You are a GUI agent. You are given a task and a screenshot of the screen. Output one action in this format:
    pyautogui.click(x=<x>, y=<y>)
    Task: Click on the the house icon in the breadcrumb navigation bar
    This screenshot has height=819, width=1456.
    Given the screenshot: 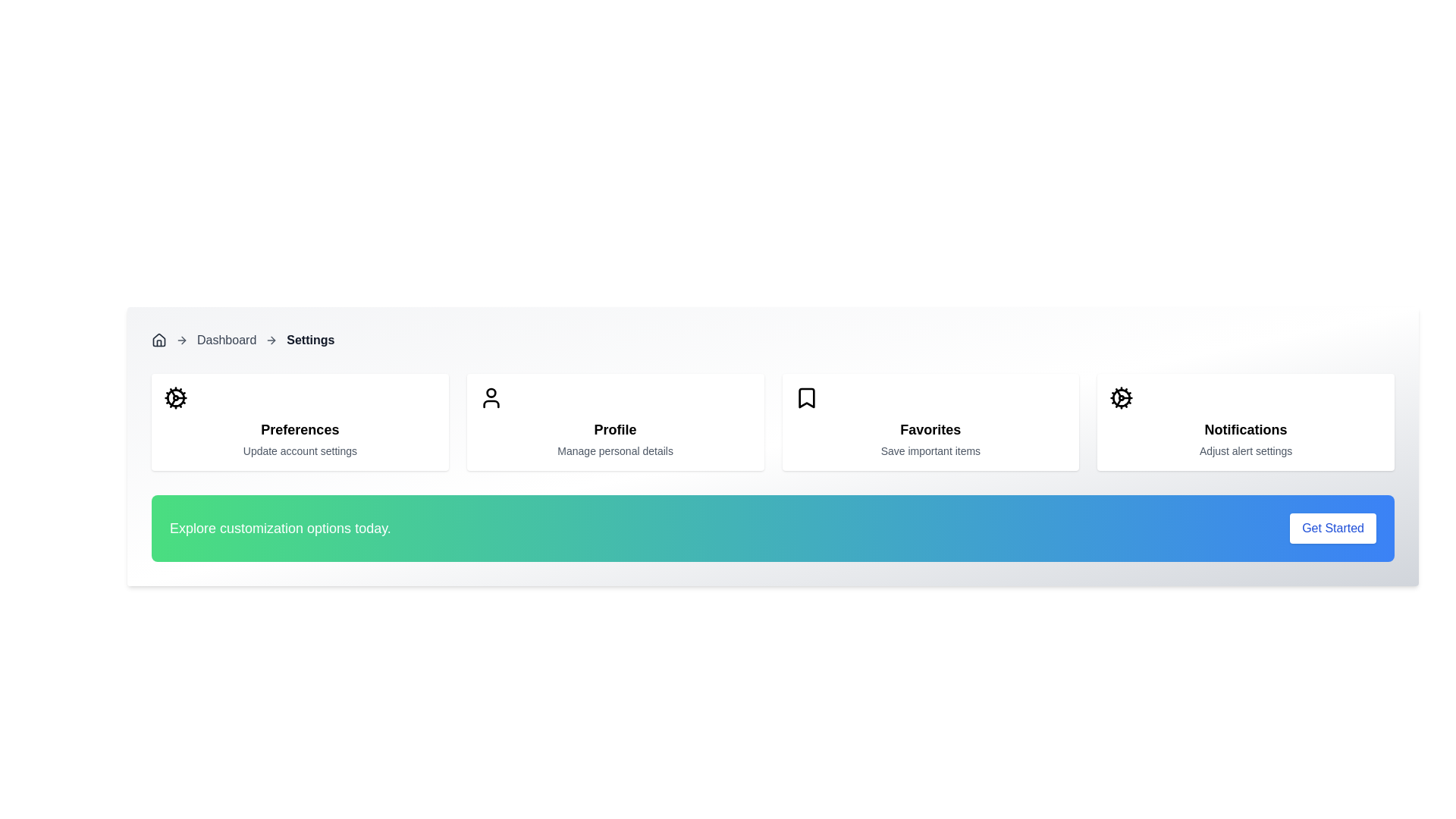 What is the action you would take?
    pyautogui.click(x=159, y=339)
    